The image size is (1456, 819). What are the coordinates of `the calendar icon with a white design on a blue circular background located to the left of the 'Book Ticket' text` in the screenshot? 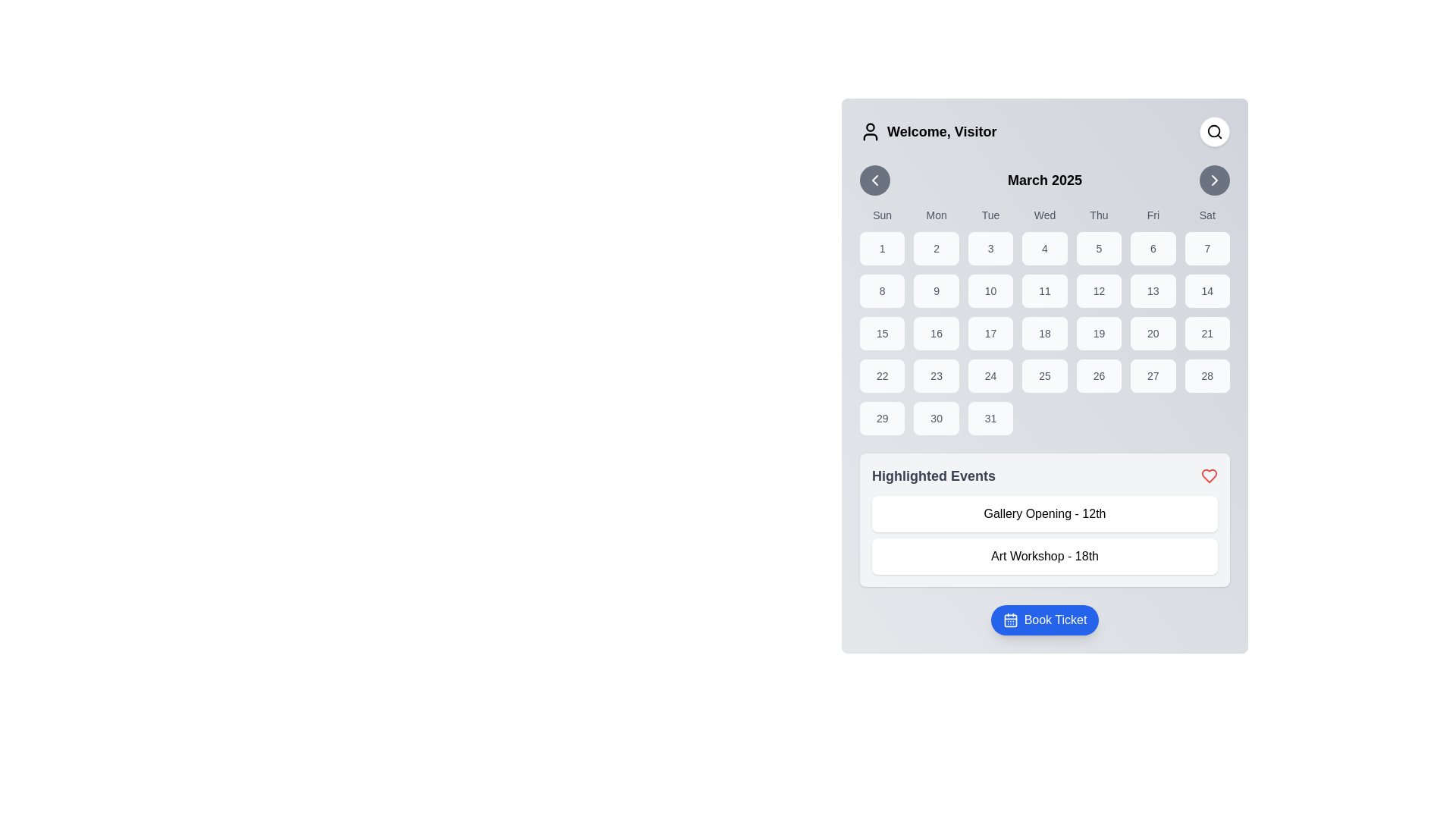 It's located at (1010, 620).